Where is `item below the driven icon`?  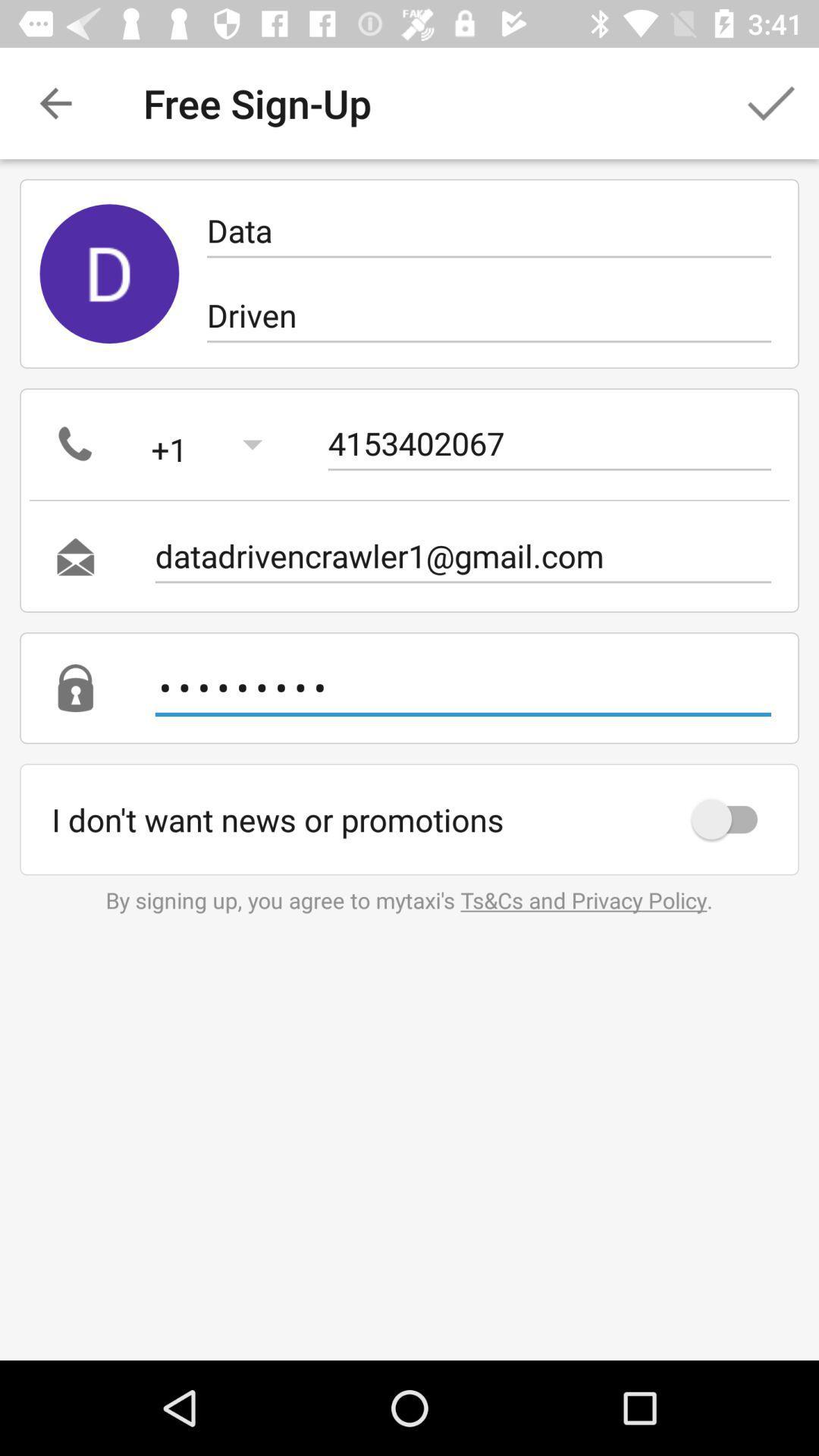
item below the driven icon is located at coordinates (549, 443).